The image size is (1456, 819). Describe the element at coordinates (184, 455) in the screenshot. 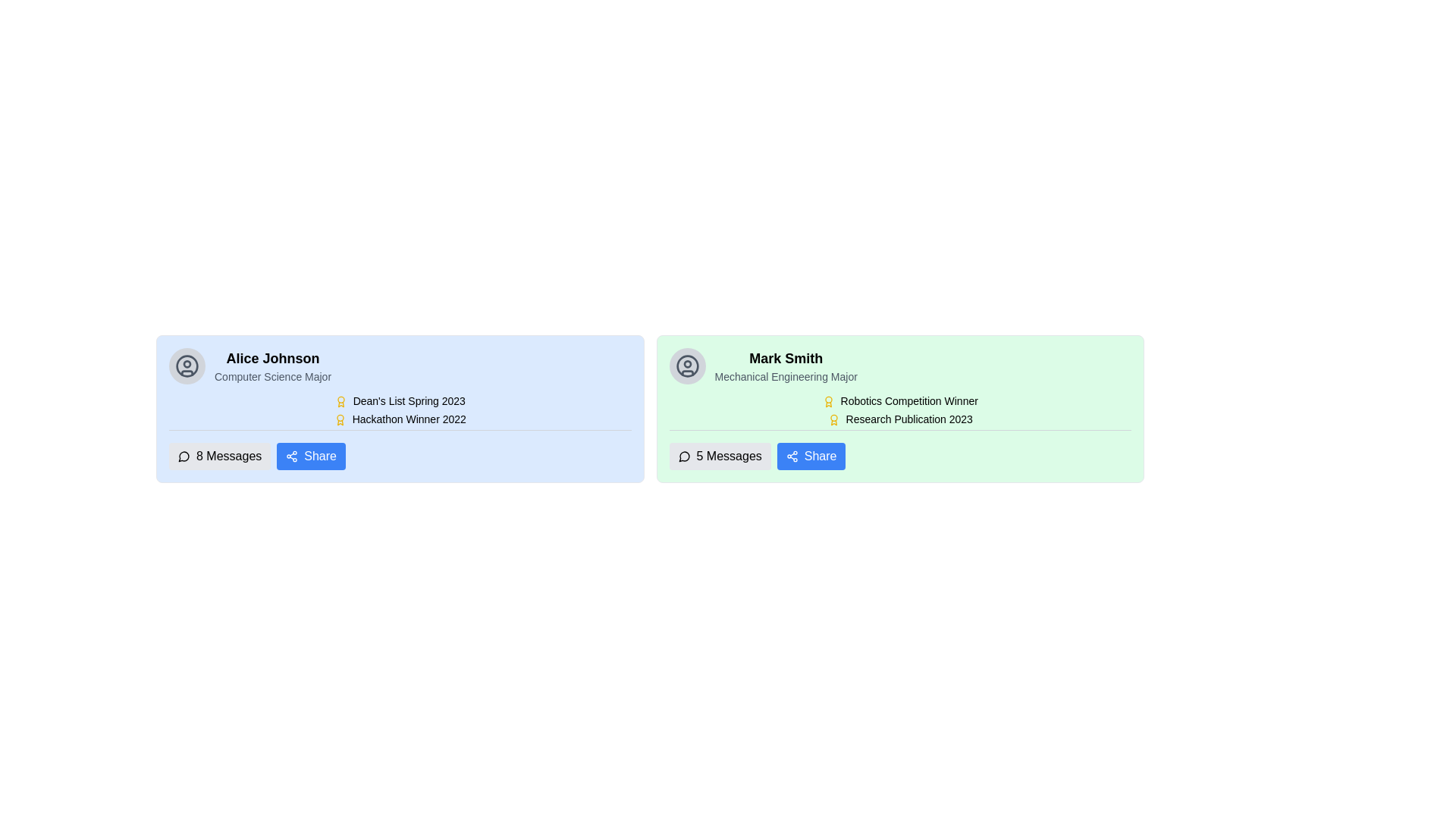

I see `the messaging icon located at the bottom-left of the blue profile section for 'Alice Johnson', which is positioned to the far left of the text '8 Messages'` at that location.